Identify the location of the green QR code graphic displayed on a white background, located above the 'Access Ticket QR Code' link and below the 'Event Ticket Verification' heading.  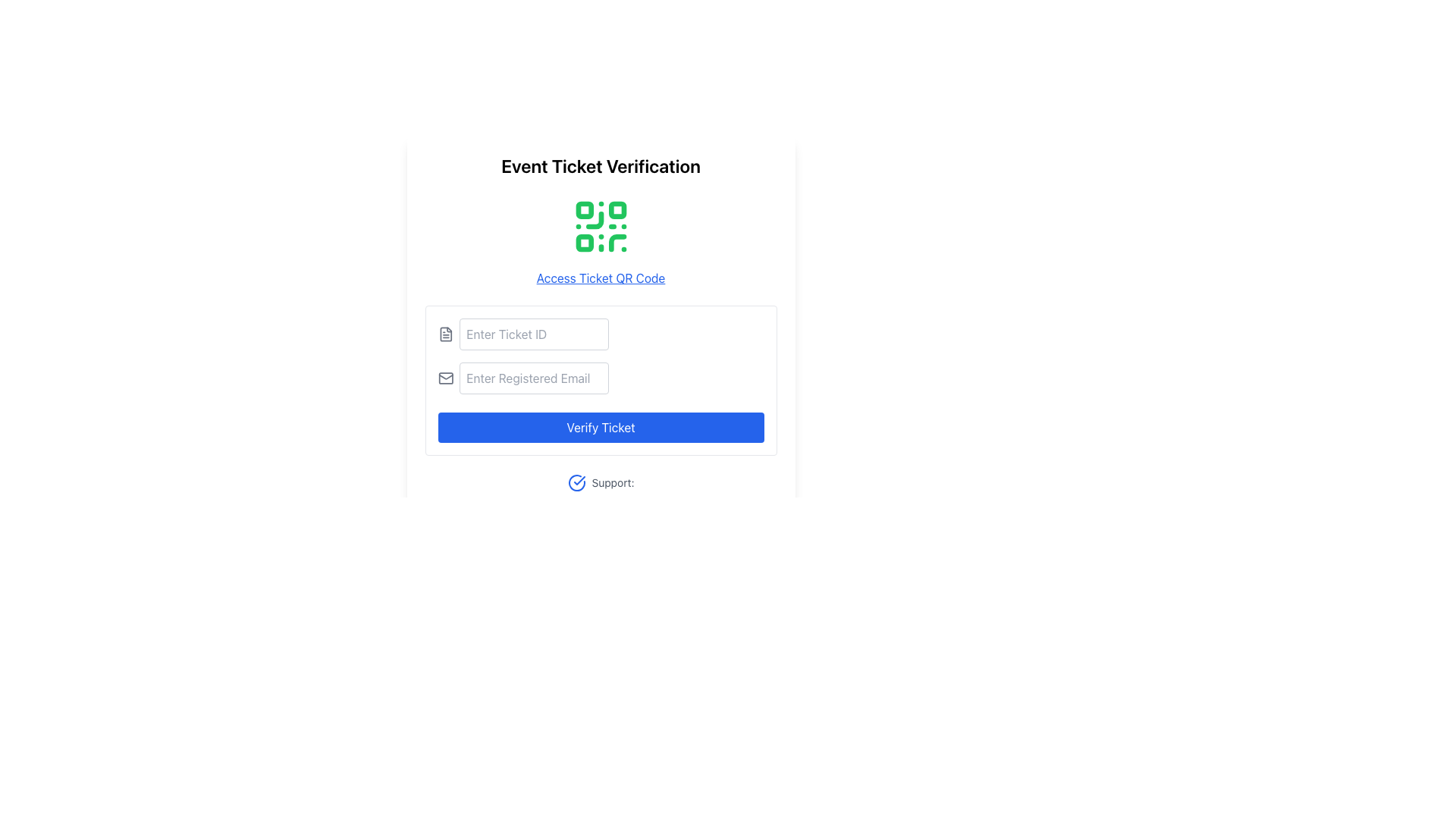
(600, 227).